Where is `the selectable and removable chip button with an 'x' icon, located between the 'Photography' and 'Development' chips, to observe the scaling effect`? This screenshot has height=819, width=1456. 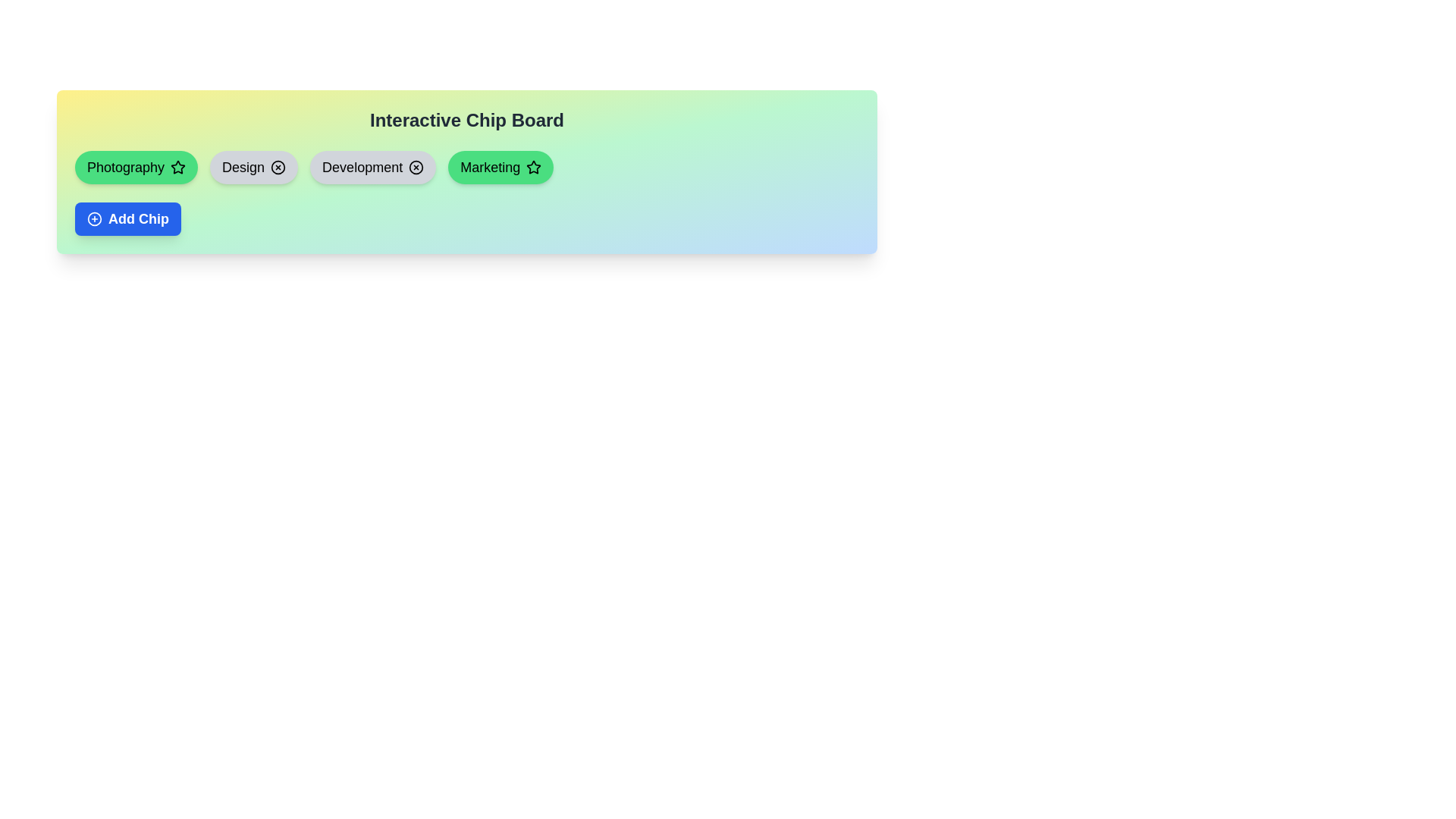
the selectable and removable chip button with an 'x' icon, located between the 'Photography' and 'Development' chips, to observe the scaling effect is located at coordinates (254, 167).